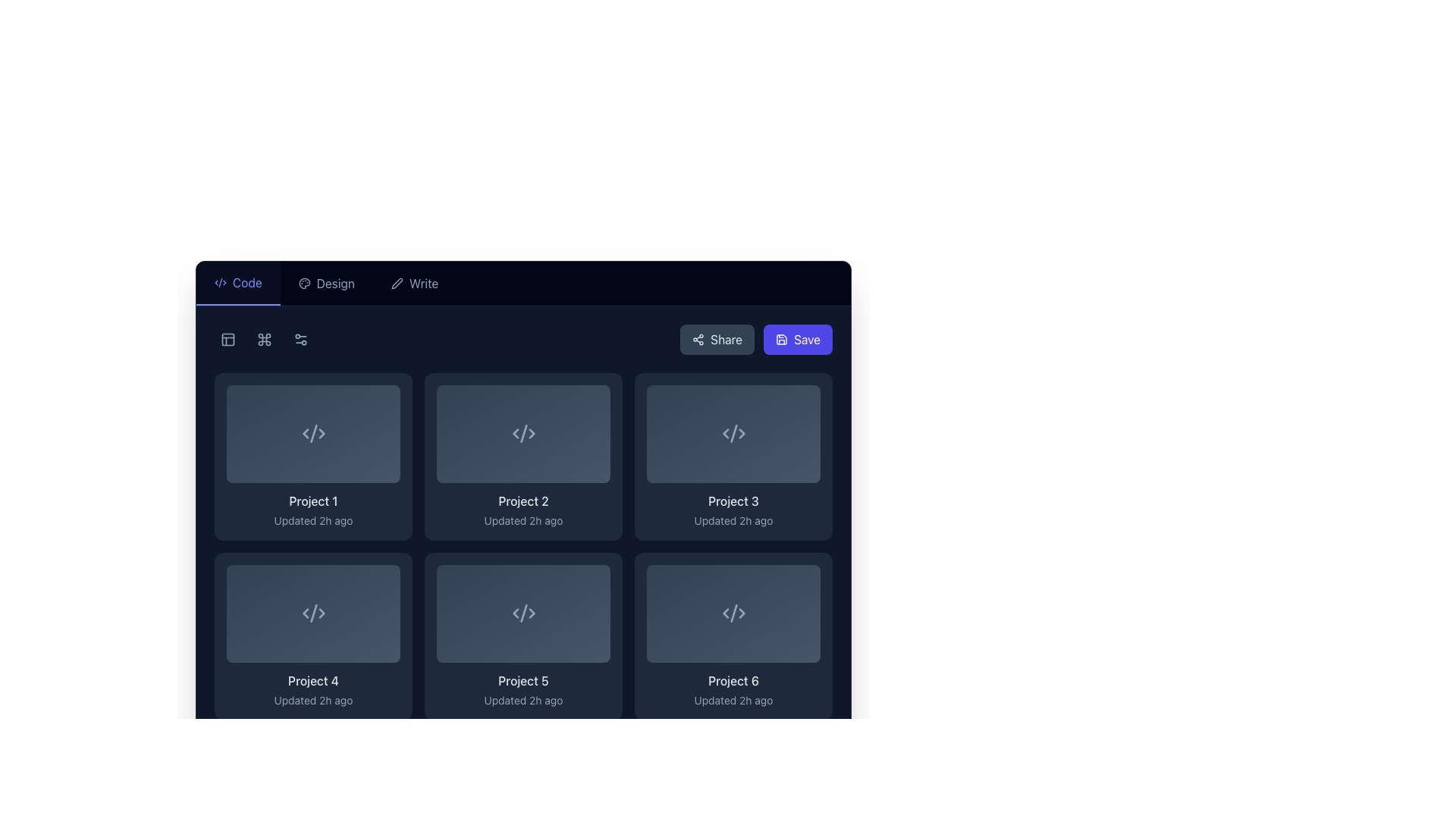 The height and width of the screenshot is (819, 1456). Describe the element at coordinates (523, 434) in the screenshot. I see `the code-related icon located within the second card of the first row in the grid layout` at that location.